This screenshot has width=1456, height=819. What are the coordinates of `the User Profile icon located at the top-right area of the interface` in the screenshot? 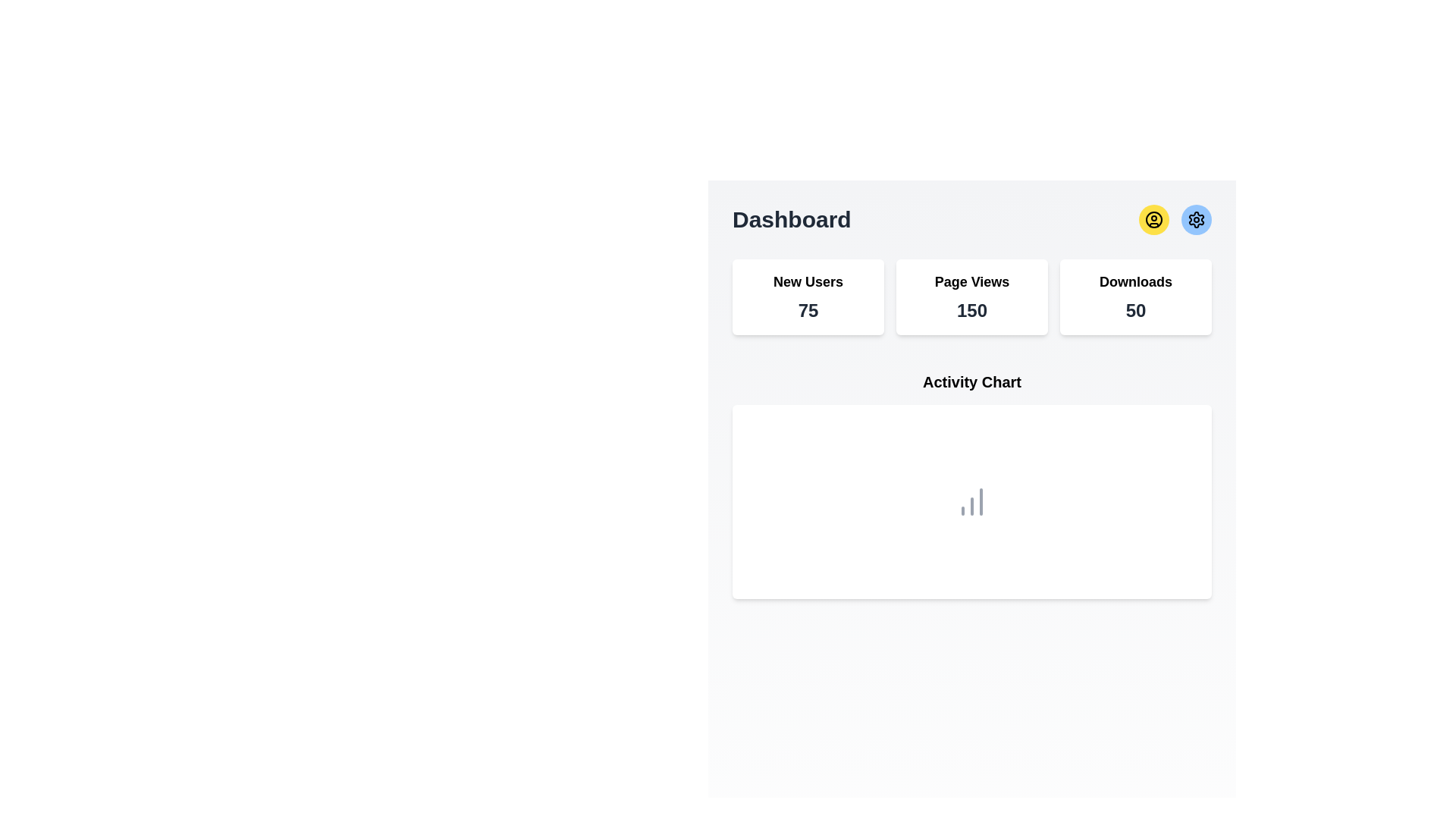 It's located at (1153, 219).